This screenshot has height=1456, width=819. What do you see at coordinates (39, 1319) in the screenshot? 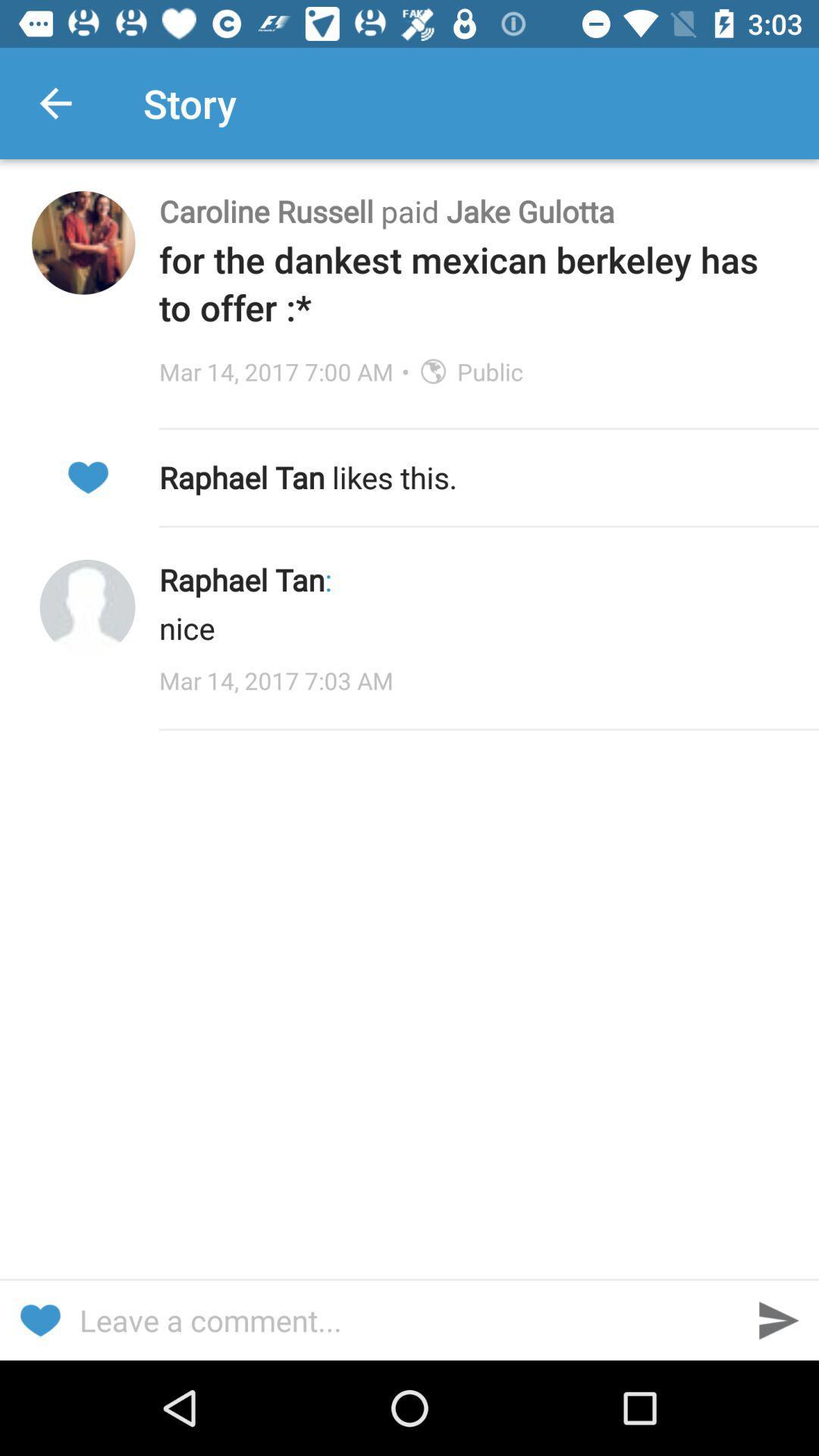
I see `like` at bounding box center [39, 1319].